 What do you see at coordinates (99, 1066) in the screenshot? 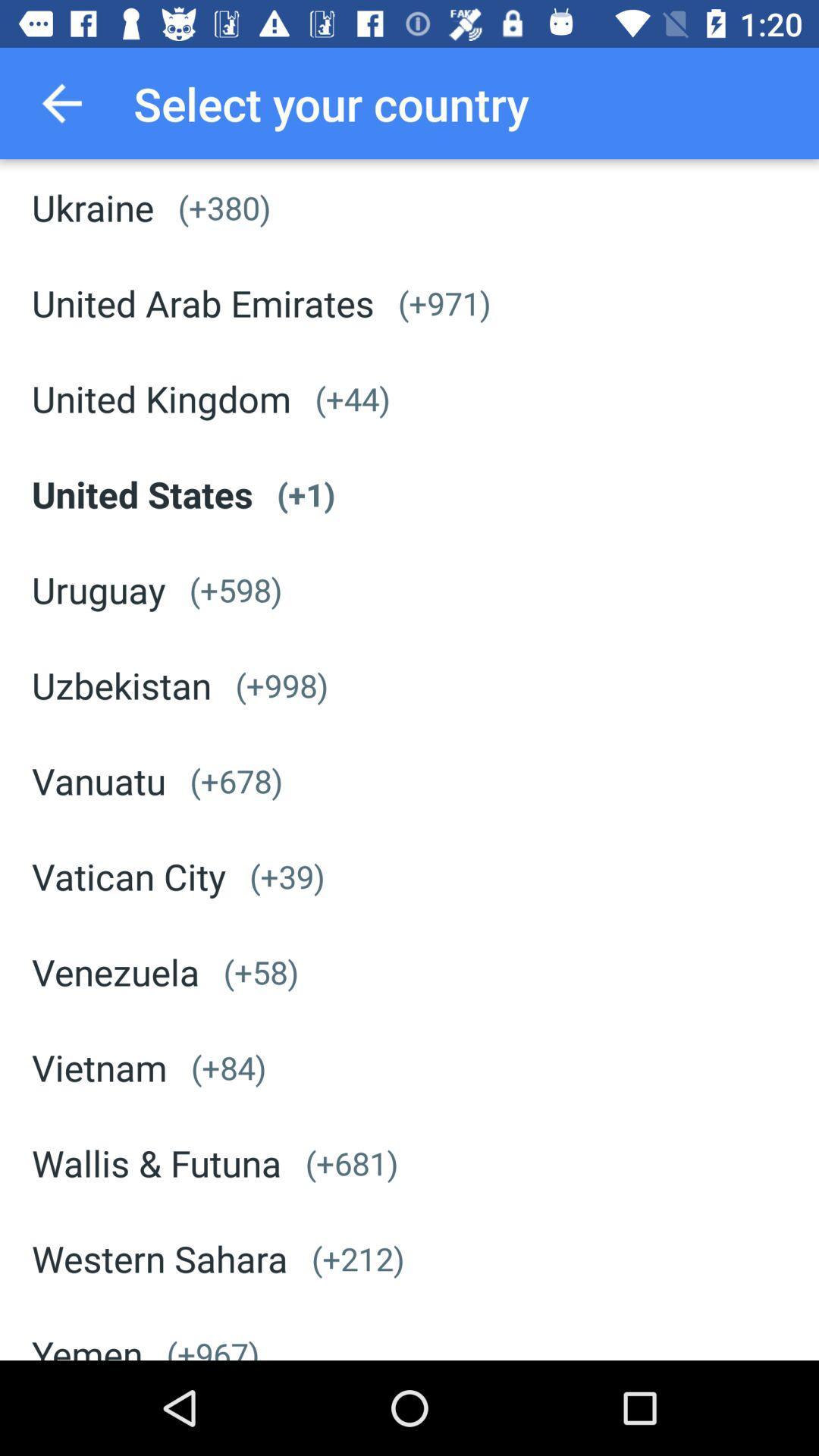
I see `the app to the left of (+84) item` at bounding box center [99, 1066].